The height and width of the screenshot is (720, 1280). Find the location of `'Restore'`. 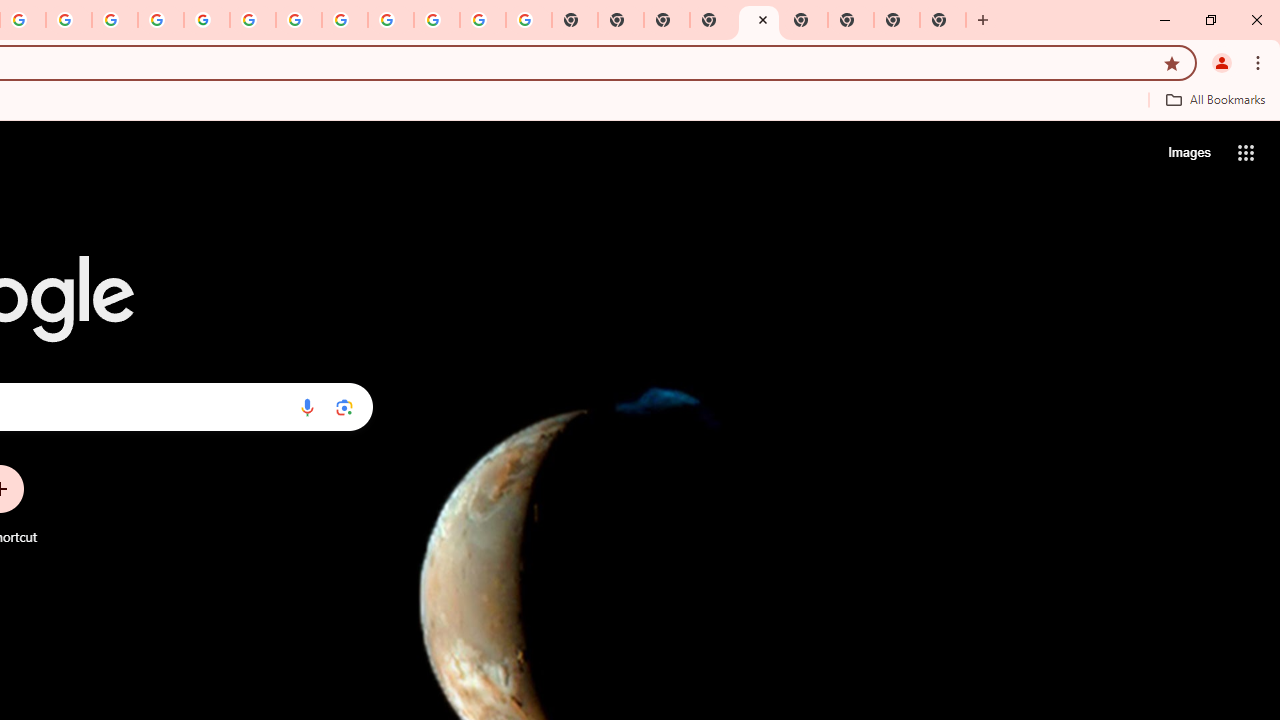

'Restore' is located at coordinates (1209, 20).